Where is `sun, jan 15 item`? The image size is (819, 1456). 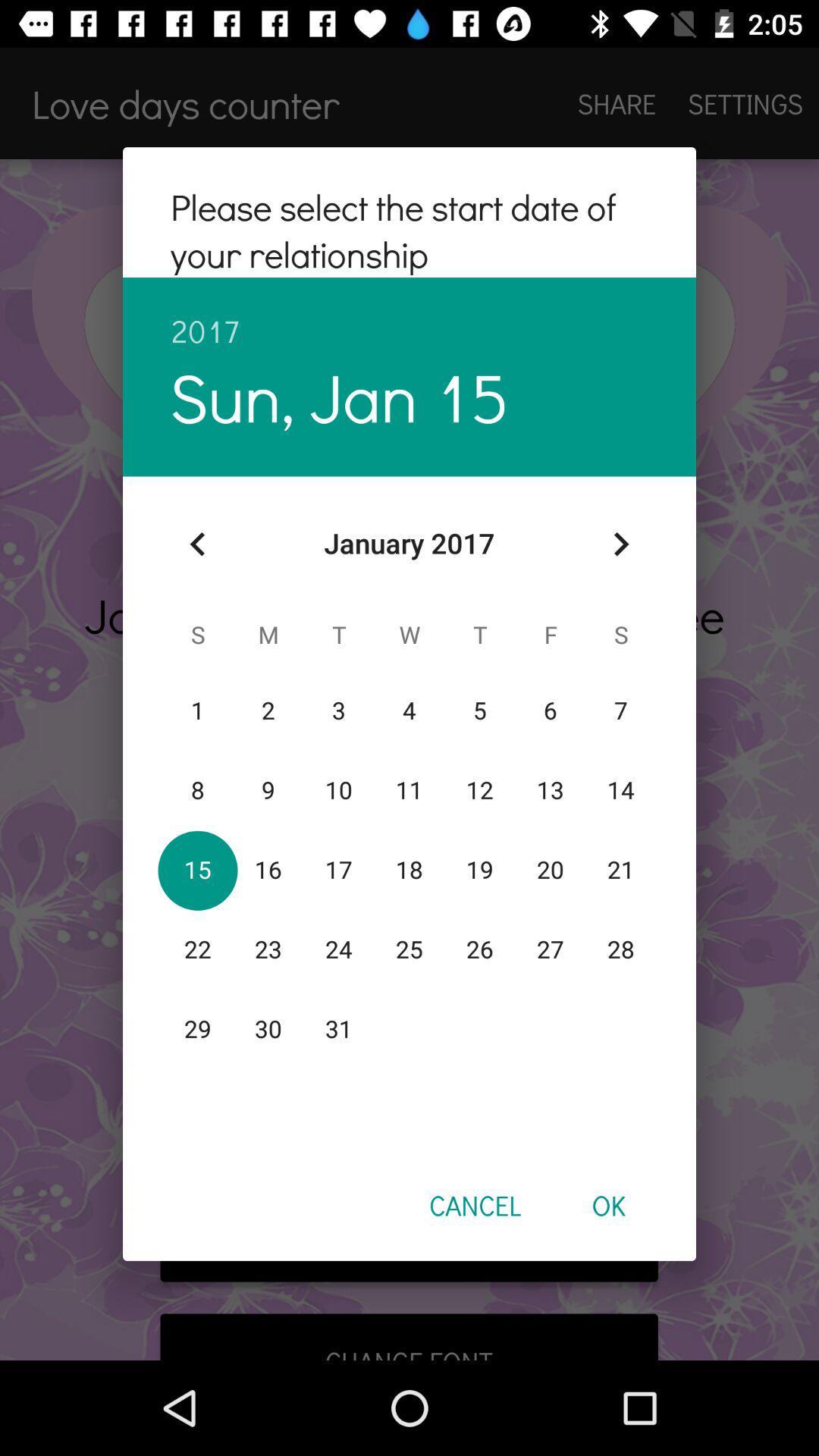 sun, jan 15 item is located at coordinates (339, 396).